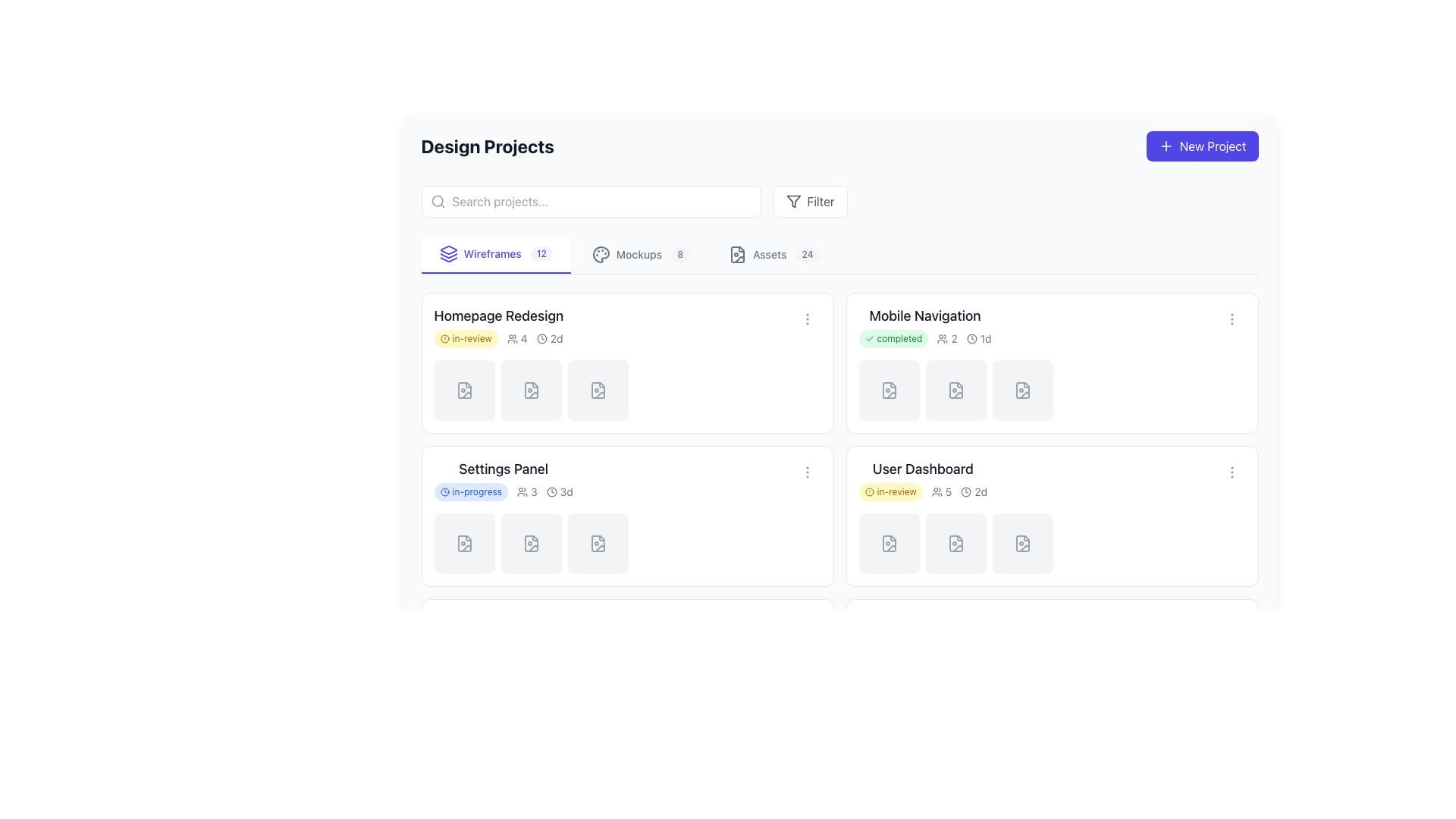 This screenshot has height=819, width=1456. I want to click on the icon representing an image or document file located in the first column of the first row under the 'Homepage Redesign' card, so click(531, 390).